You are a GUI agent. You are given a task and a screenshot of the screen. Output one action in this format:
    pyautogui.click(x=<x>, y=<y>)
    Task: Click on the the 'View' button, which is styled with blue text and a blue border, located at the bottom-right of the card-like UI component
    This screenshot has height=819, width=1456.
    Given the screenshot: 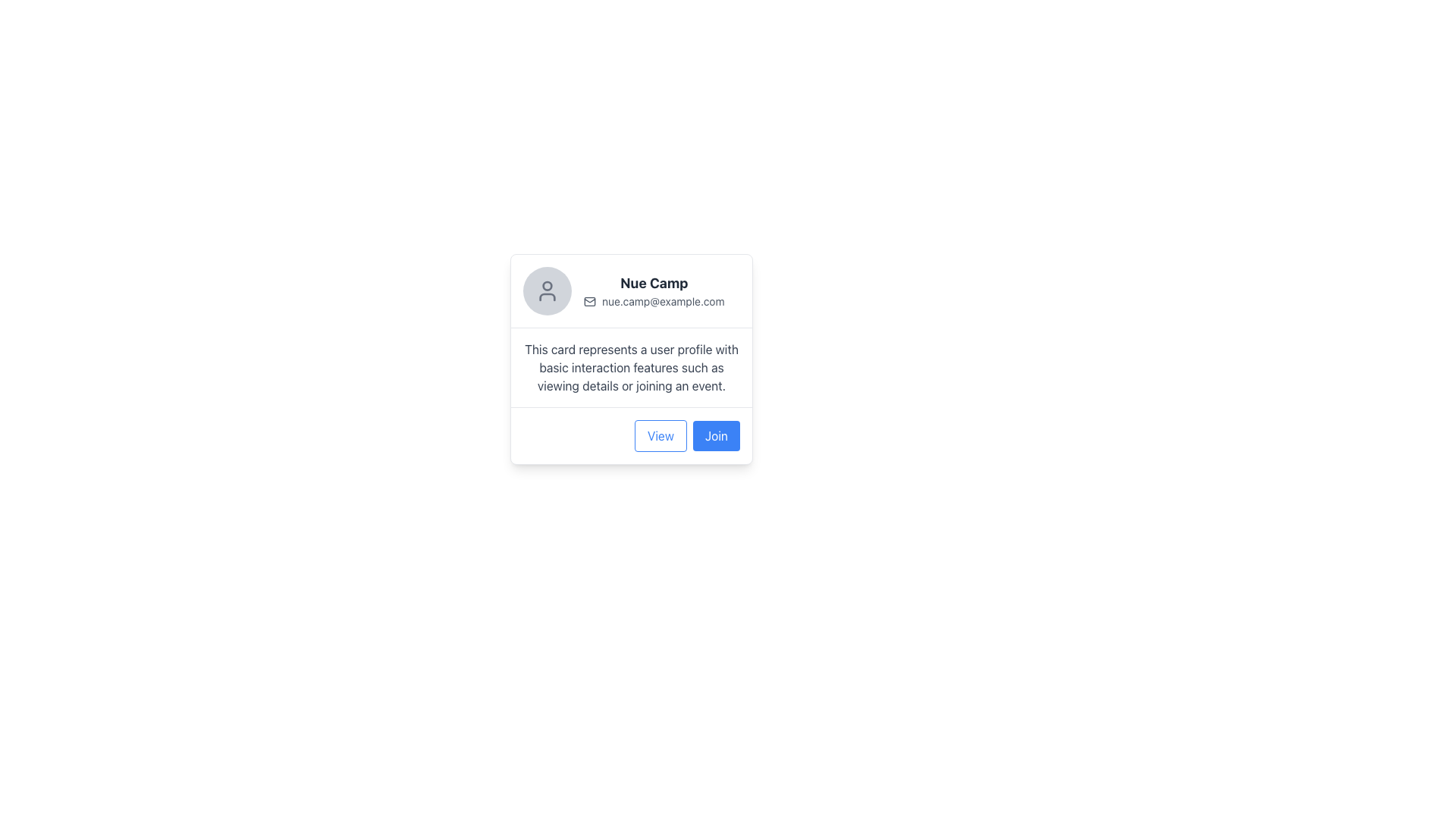 What is the action you would take?
    pyautogui.click(x=661, y=435)
    